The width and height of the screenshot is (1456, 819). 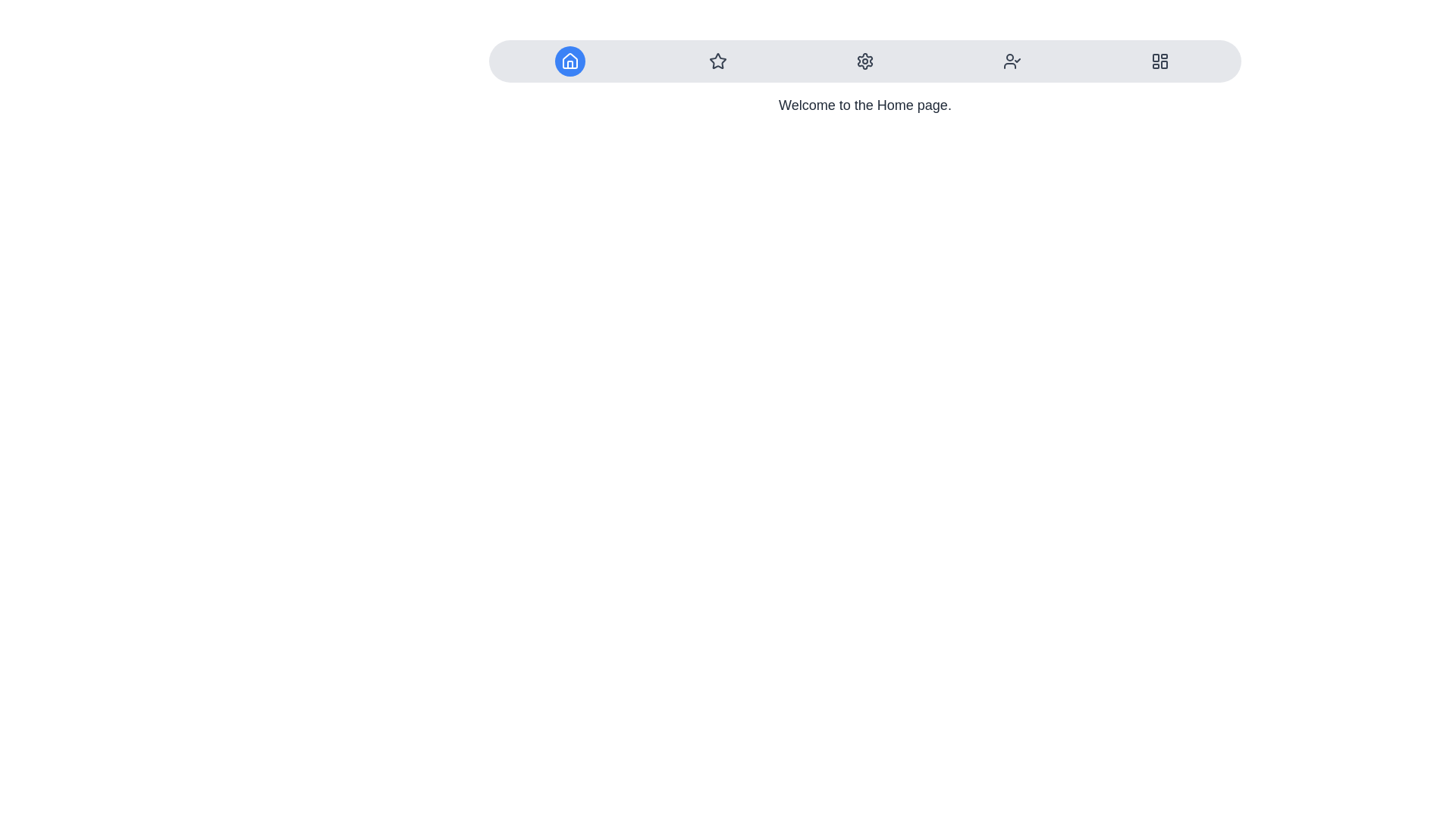 I want to click on the tab corresponding to Profile, so click(x=1012, y=61).